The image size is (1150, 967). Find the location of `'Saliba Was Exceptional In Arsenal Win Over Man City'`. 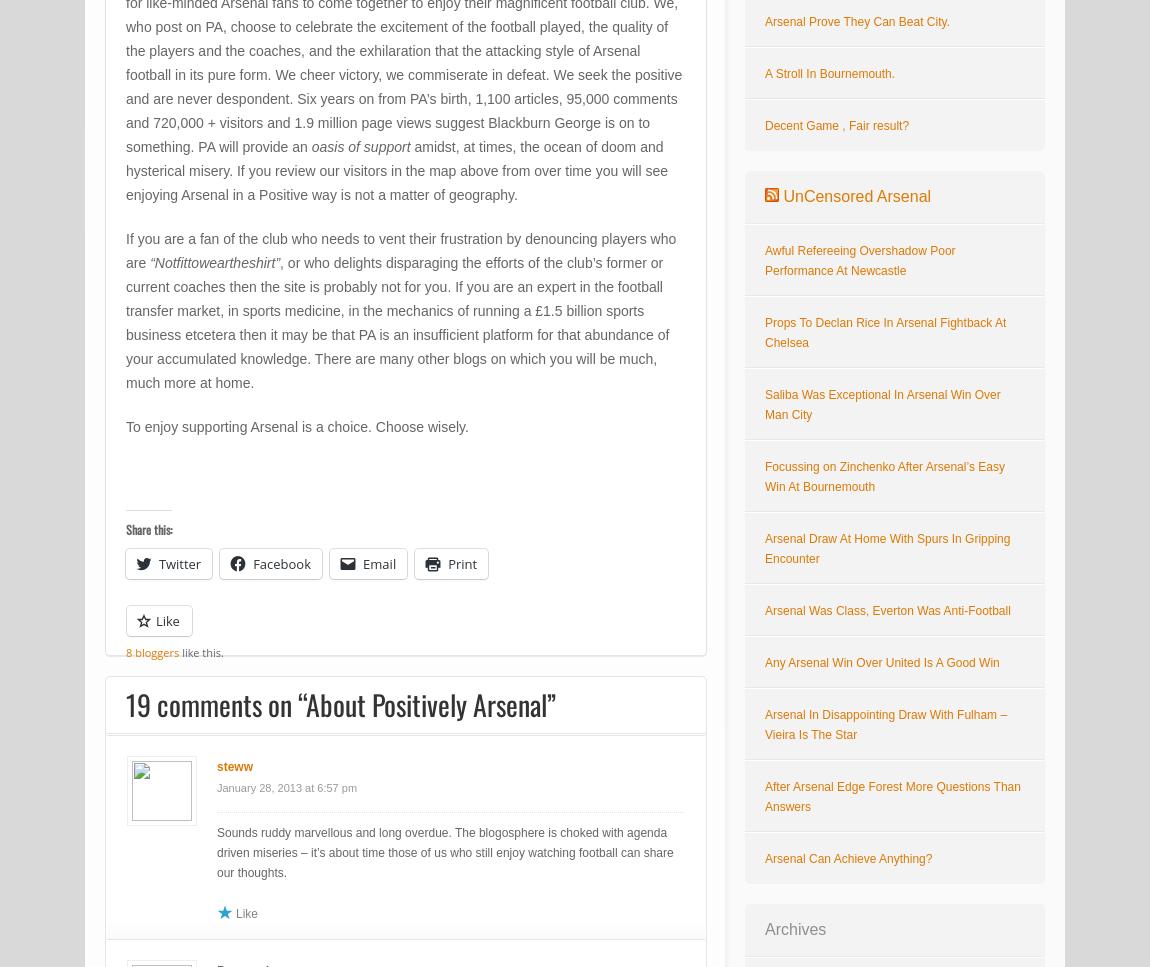

'Saliba Was Exceptional In Arsenal Win Over Man City' is located at coordinates (882, 404).